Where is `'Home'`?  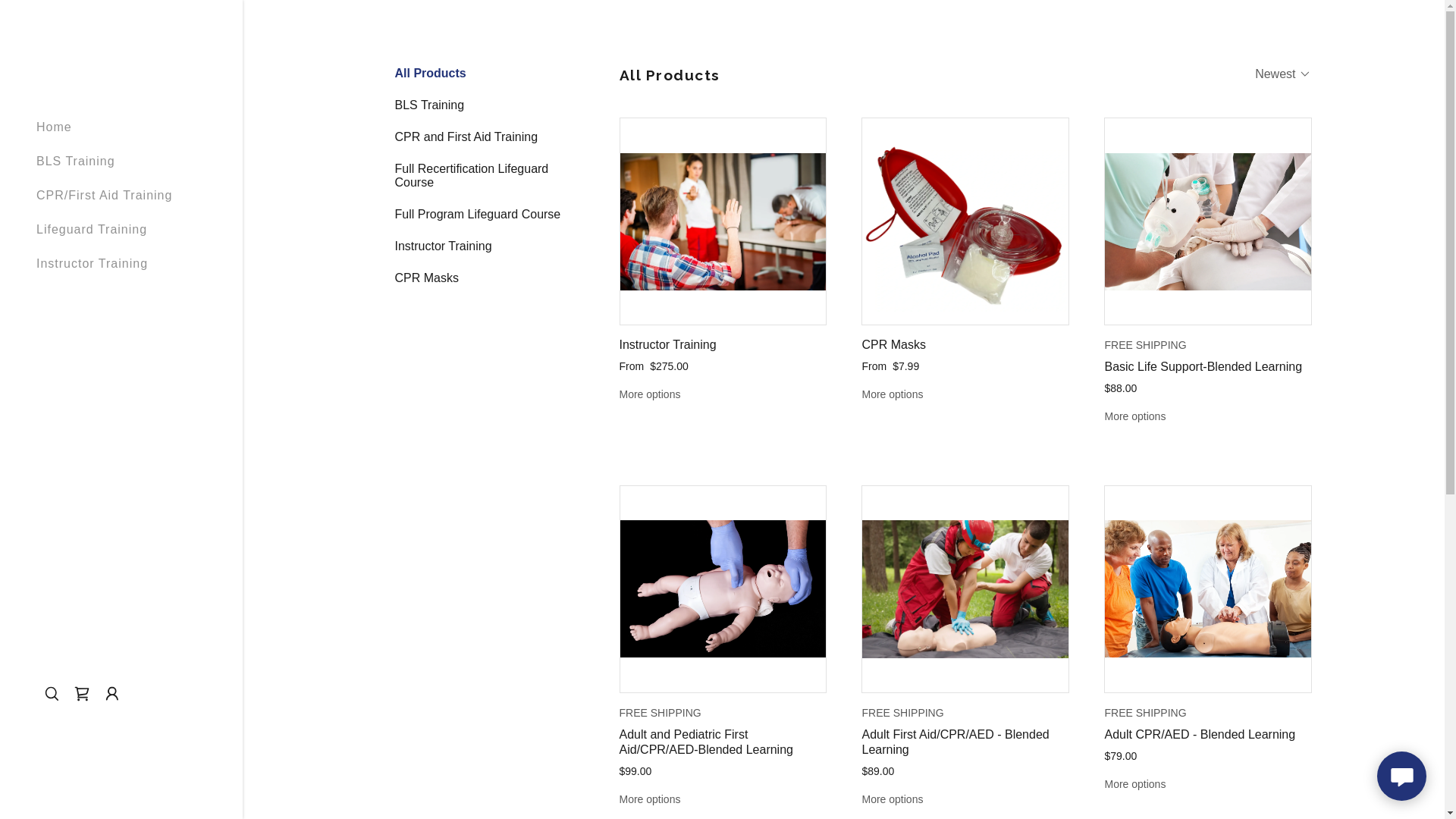 'Home' is located at coordinates (54, 126).